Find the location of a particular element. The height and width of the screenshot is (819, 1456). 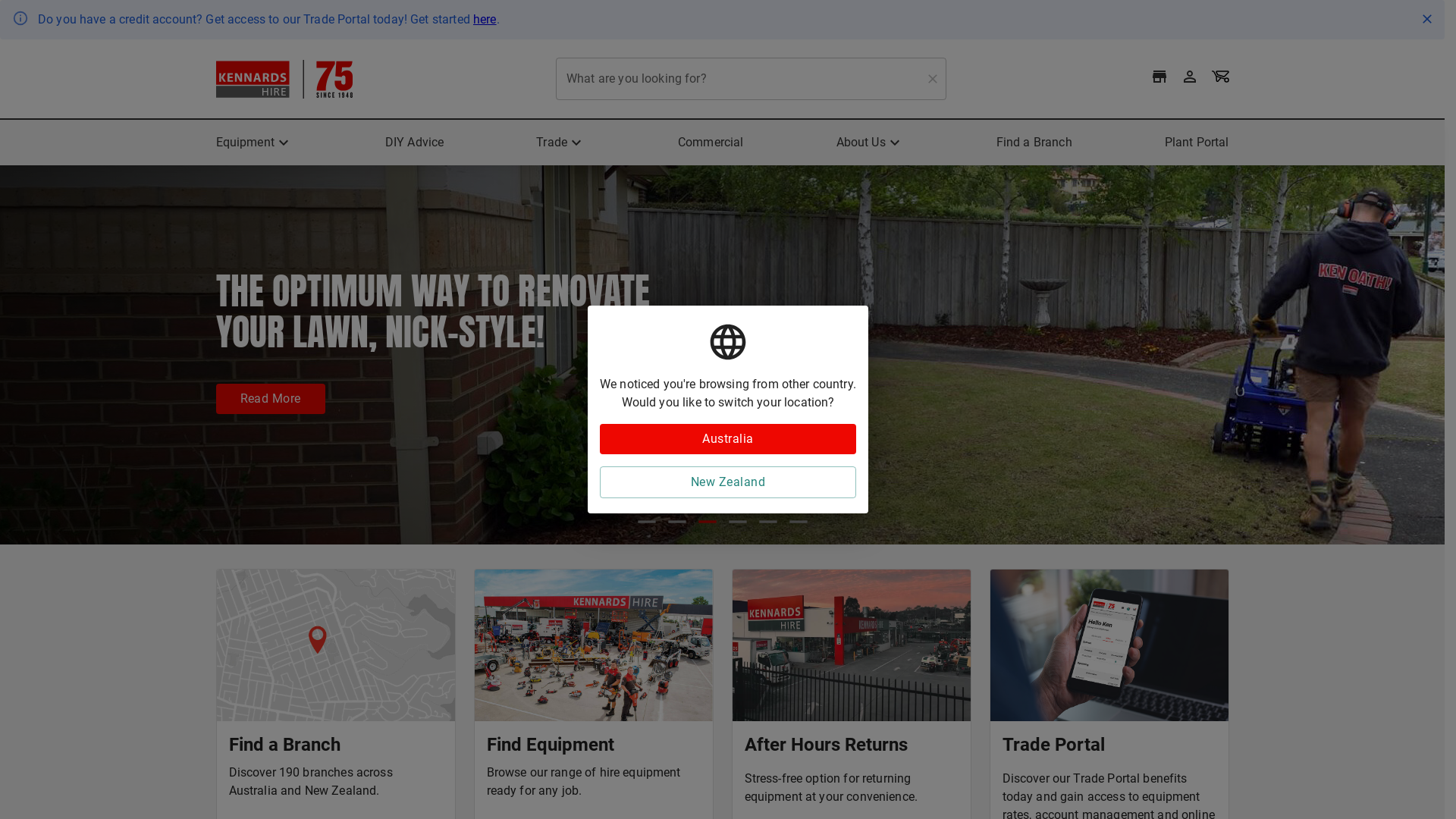

'DIY Advice' is located at coordinates (415, 143).